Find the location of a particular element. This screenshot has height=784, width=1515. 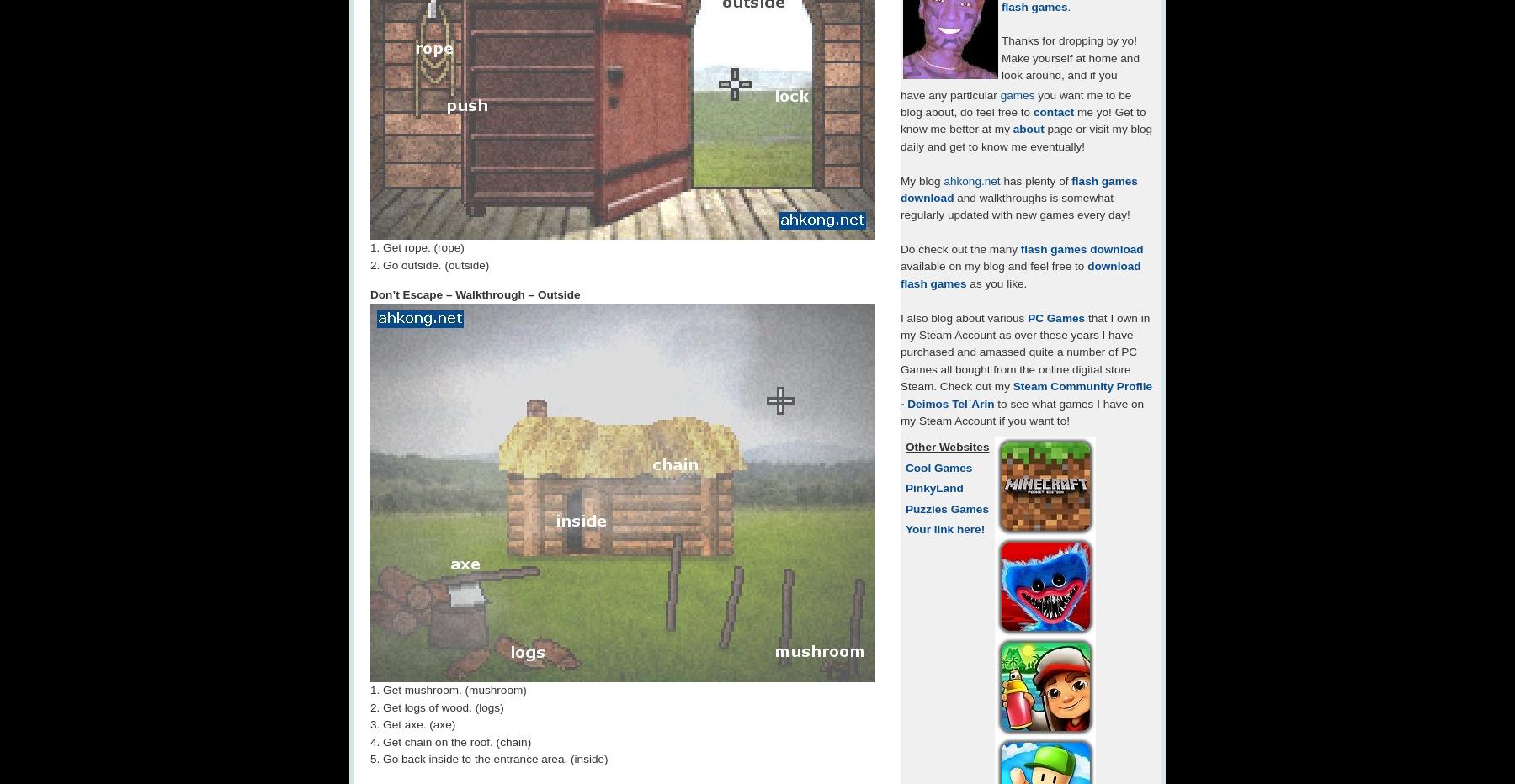

'Your link here!' is located at coordinates (945, 527).